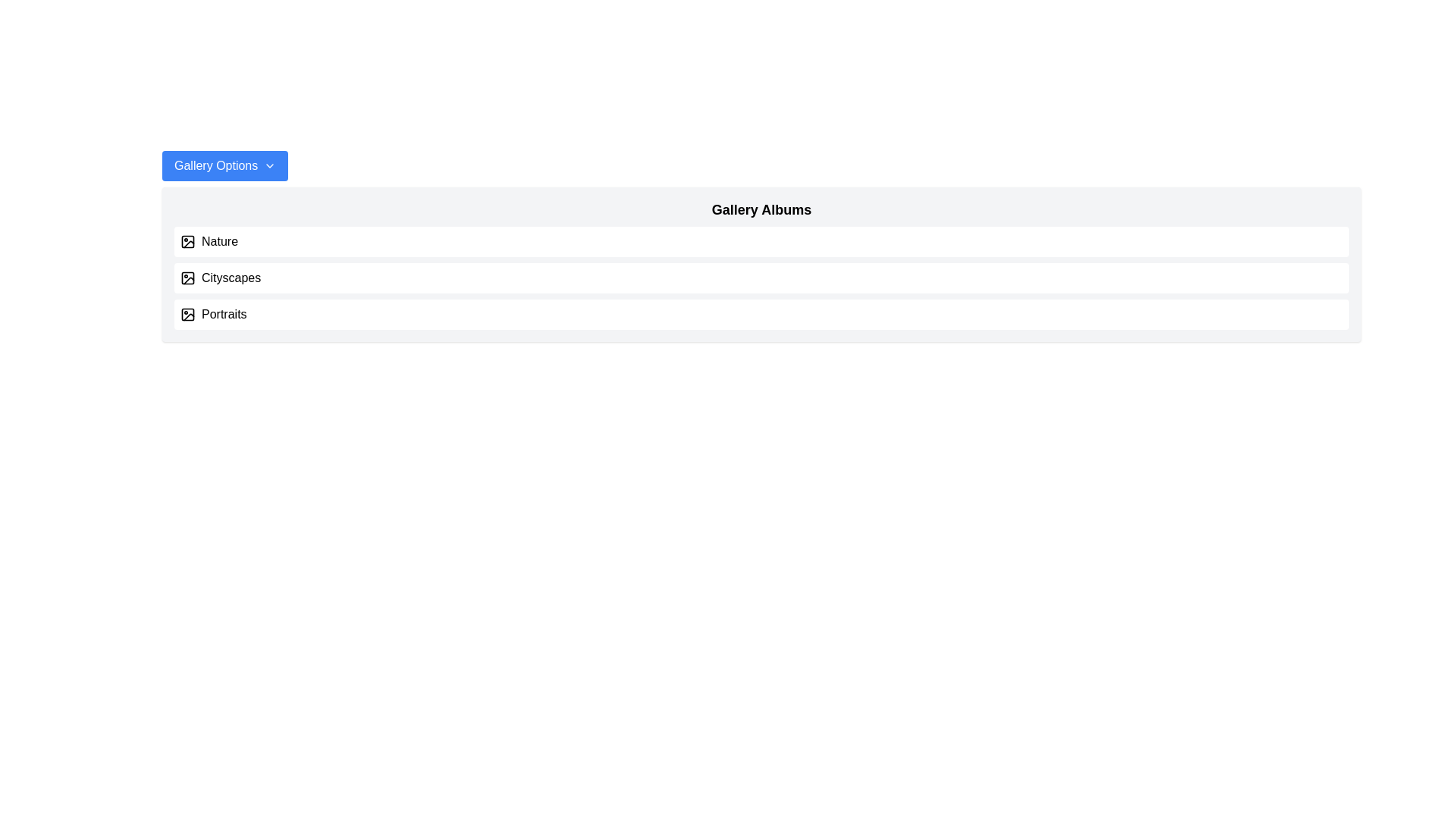 The height and width of the screenshot is (819, 1456). What do you see at coordinates (761, 241) in the screenshot?
I see `the list item labeled 'Nature' to see its hover effect` at bounding box center [761, 241].